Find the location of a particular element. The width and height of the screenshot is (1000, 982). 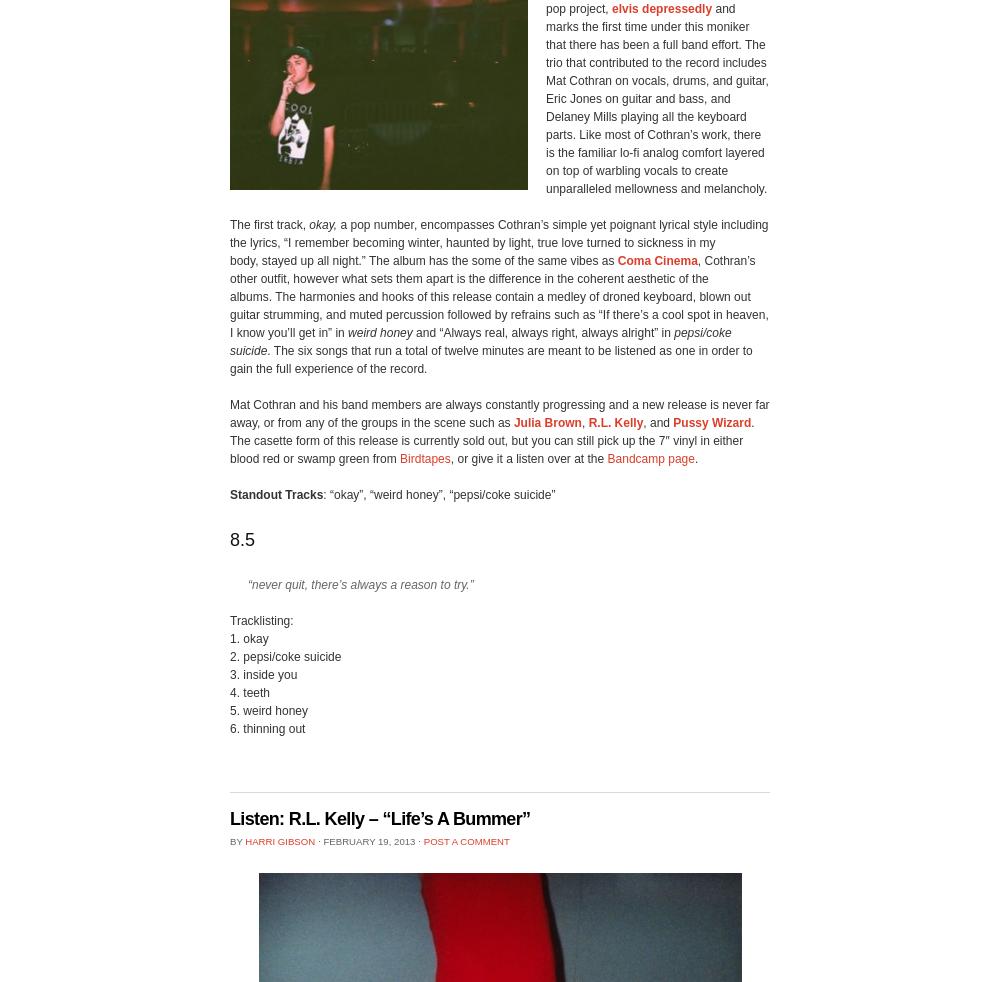

'2. pepsi/coke suicide' is located at coordinates (285, 655).